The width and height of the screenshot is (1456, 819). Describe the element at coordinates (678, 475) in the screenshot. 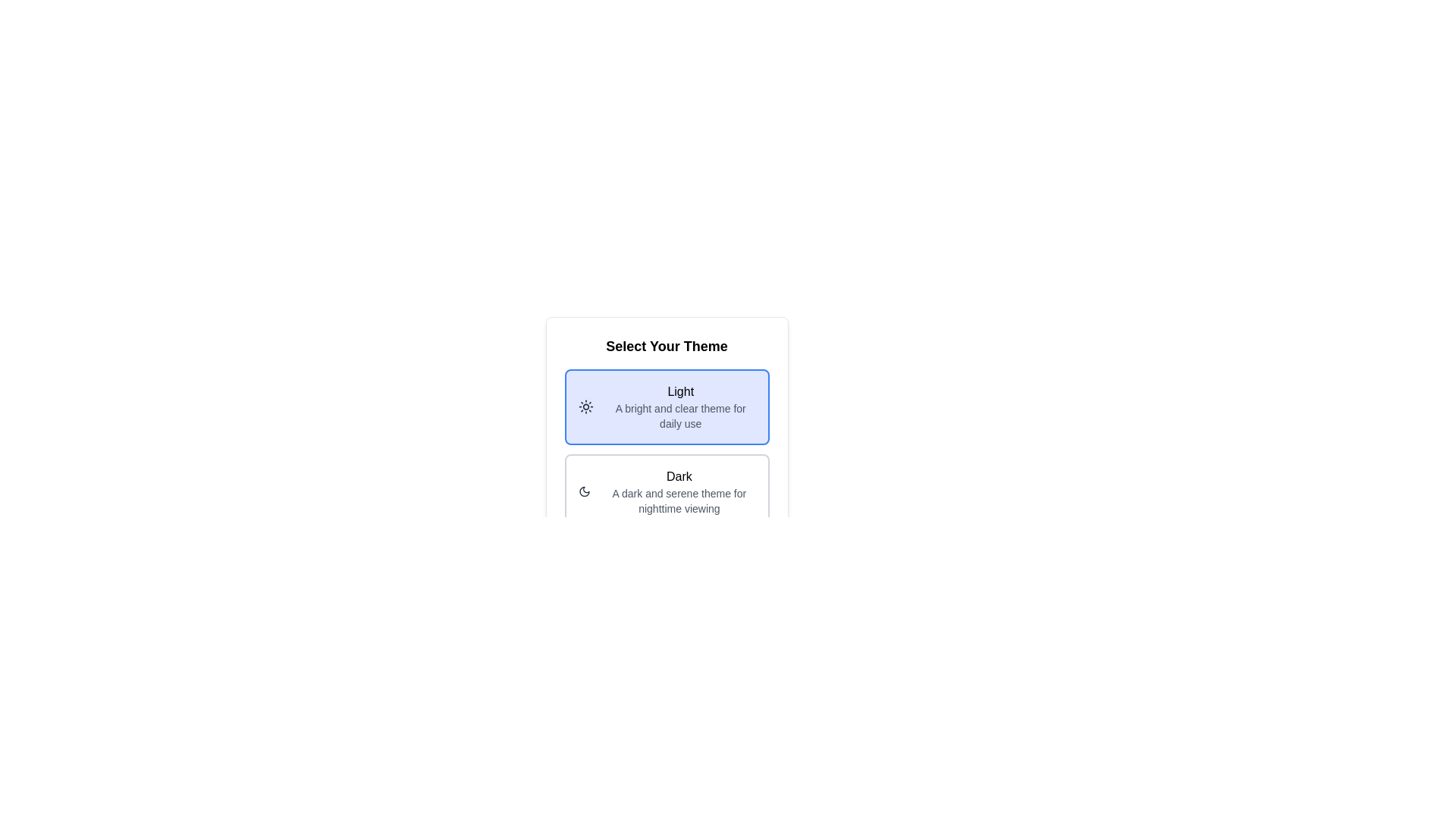

I see `the 'Dark' theme label located in the upper text portion of the second card in the theme options list` at that location.